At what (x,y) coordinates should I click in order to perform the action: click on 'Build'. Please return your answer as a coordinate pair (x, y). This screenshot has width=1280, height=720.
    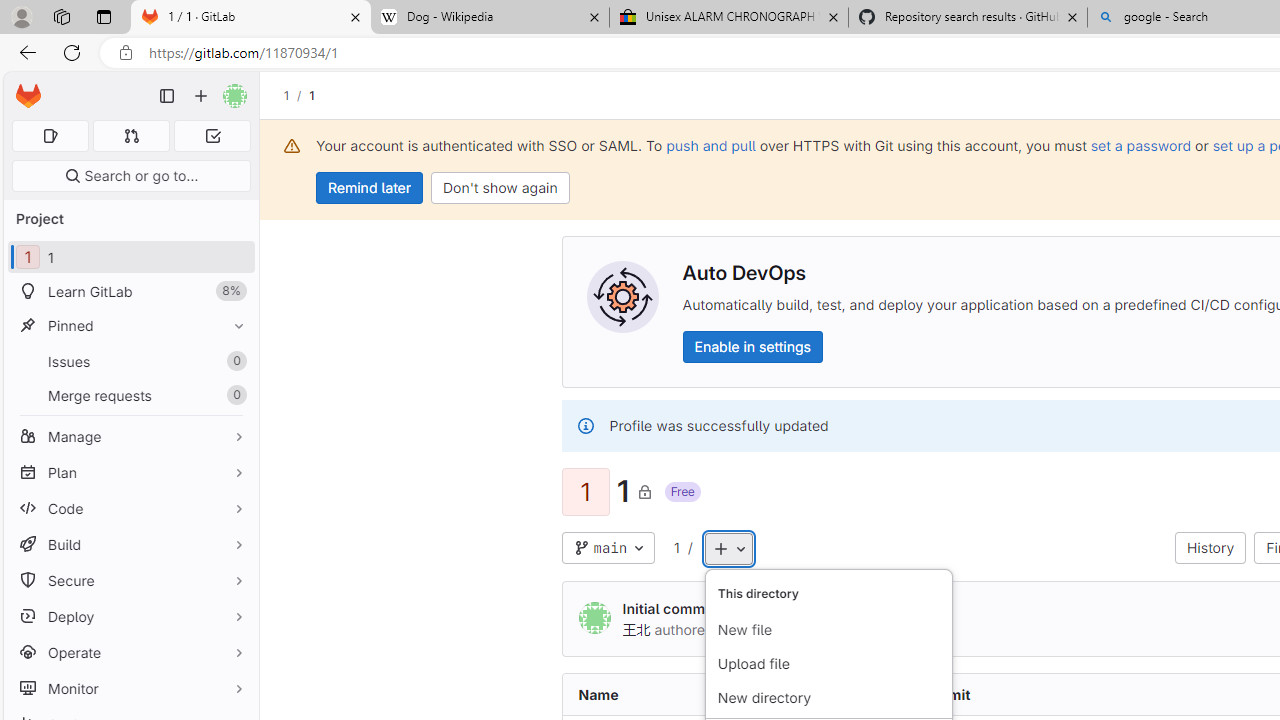
    Looking at the image, I should click on (130, 544).